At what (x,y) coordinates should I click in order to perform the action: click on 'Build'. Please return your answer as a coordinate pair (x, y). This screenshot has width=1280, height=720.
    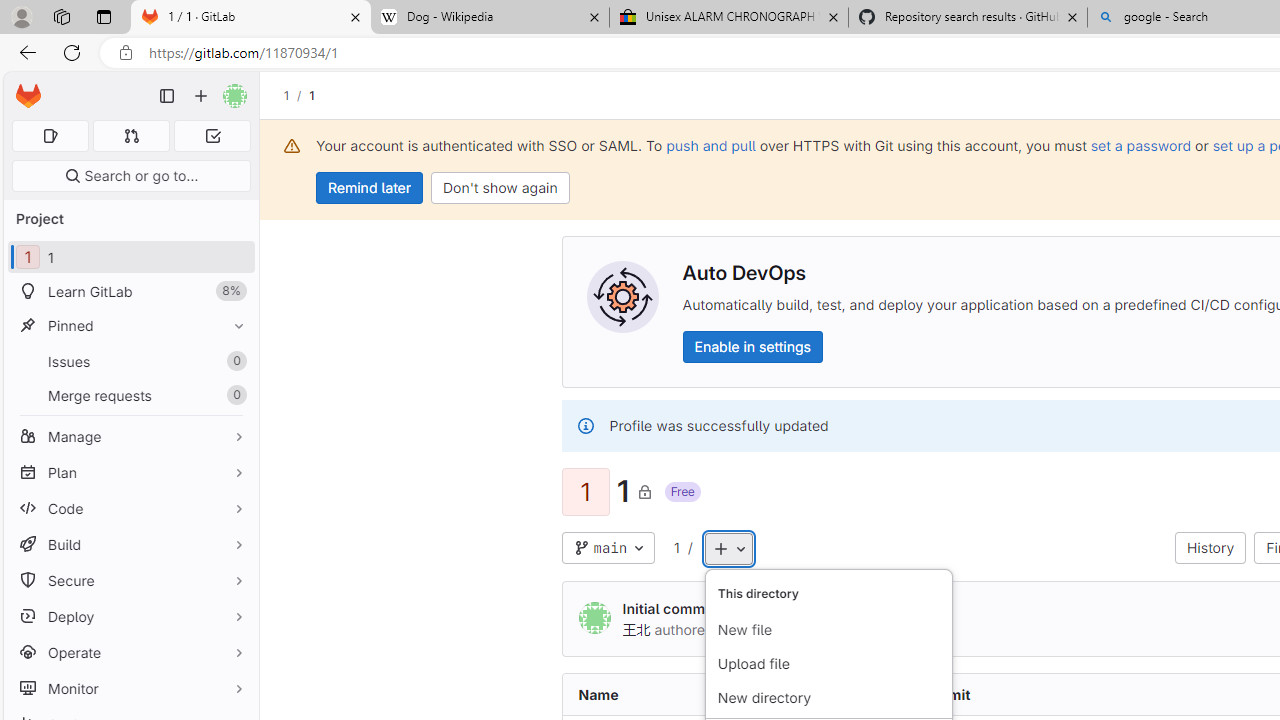
    Looking at the image, I should click on (130, 544).